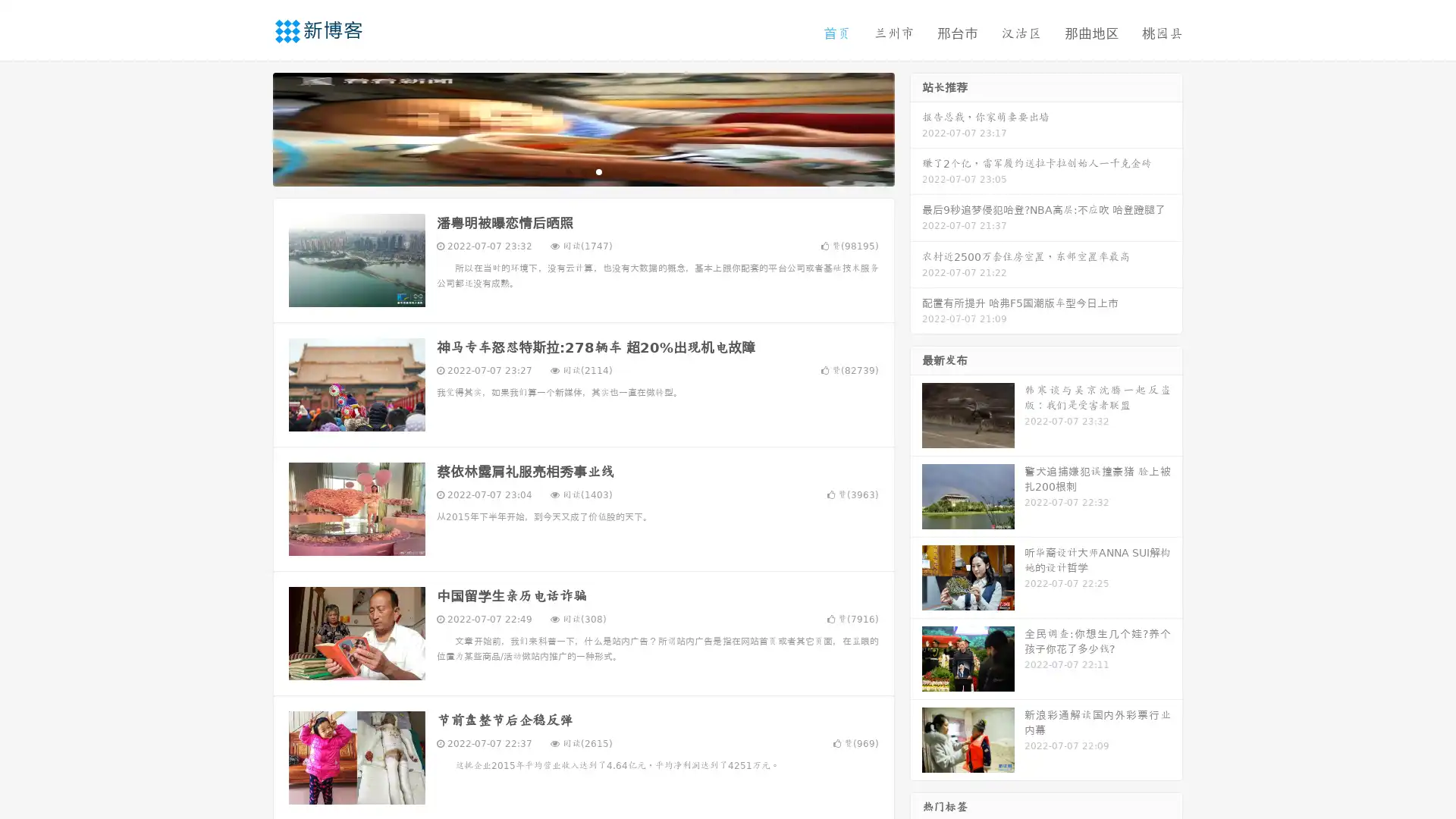  I want to click on Go to slide 3, so click(598, 171).